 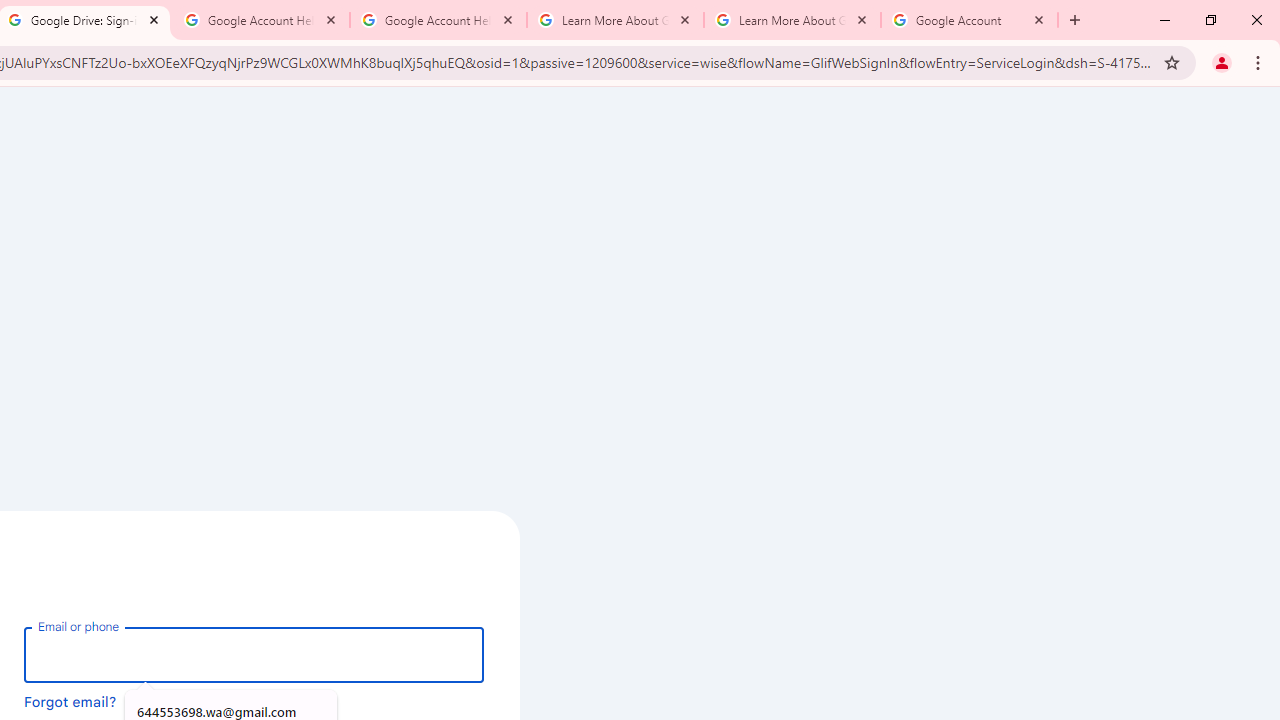 I want to click on 'Google Account', so click(x=969, y=20).